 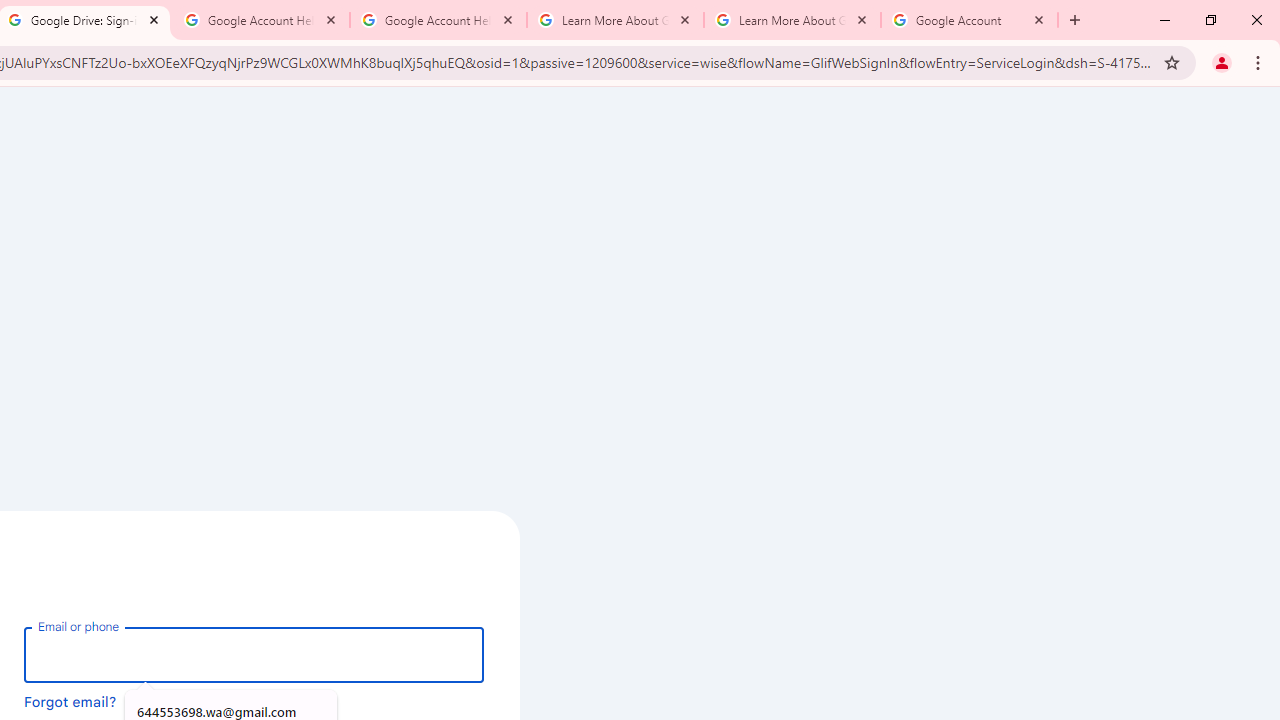 I want to click on 'Google Account', so click(x=969, y=20).